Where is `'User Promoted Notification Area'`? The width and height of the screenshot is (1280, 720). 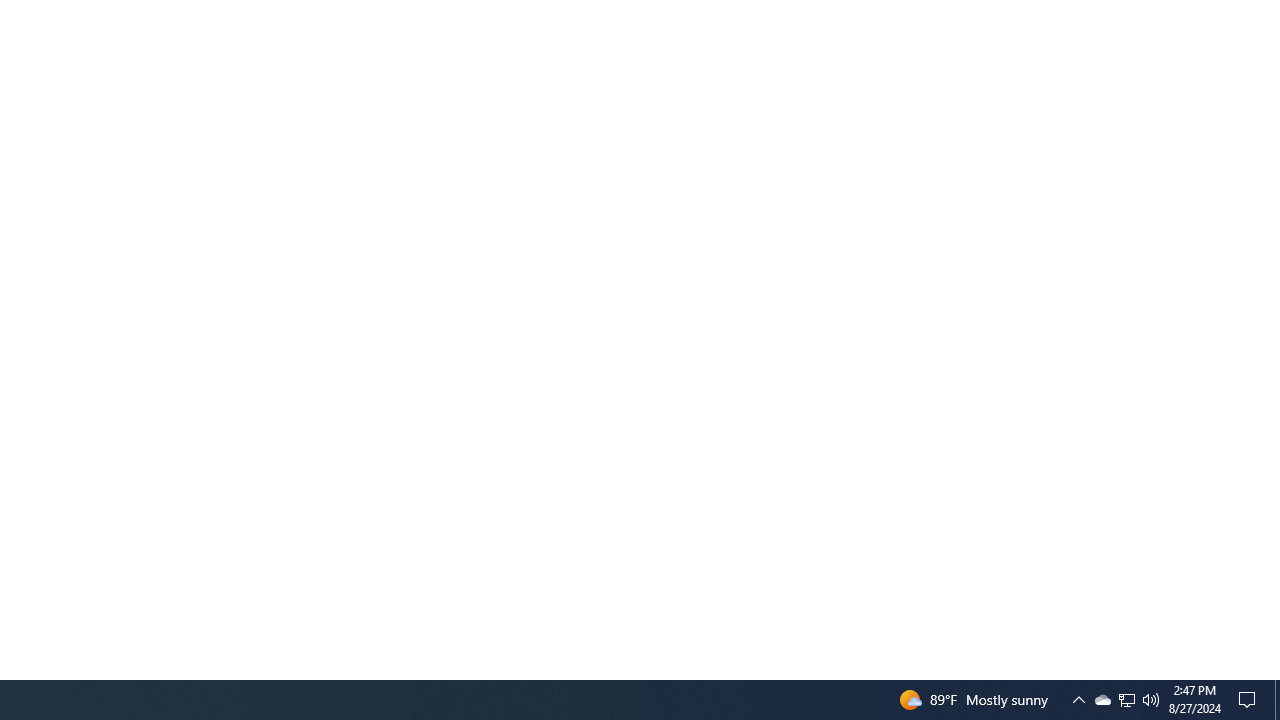 'User Promoted Notification Area' is located at coordinates (1127, 698).